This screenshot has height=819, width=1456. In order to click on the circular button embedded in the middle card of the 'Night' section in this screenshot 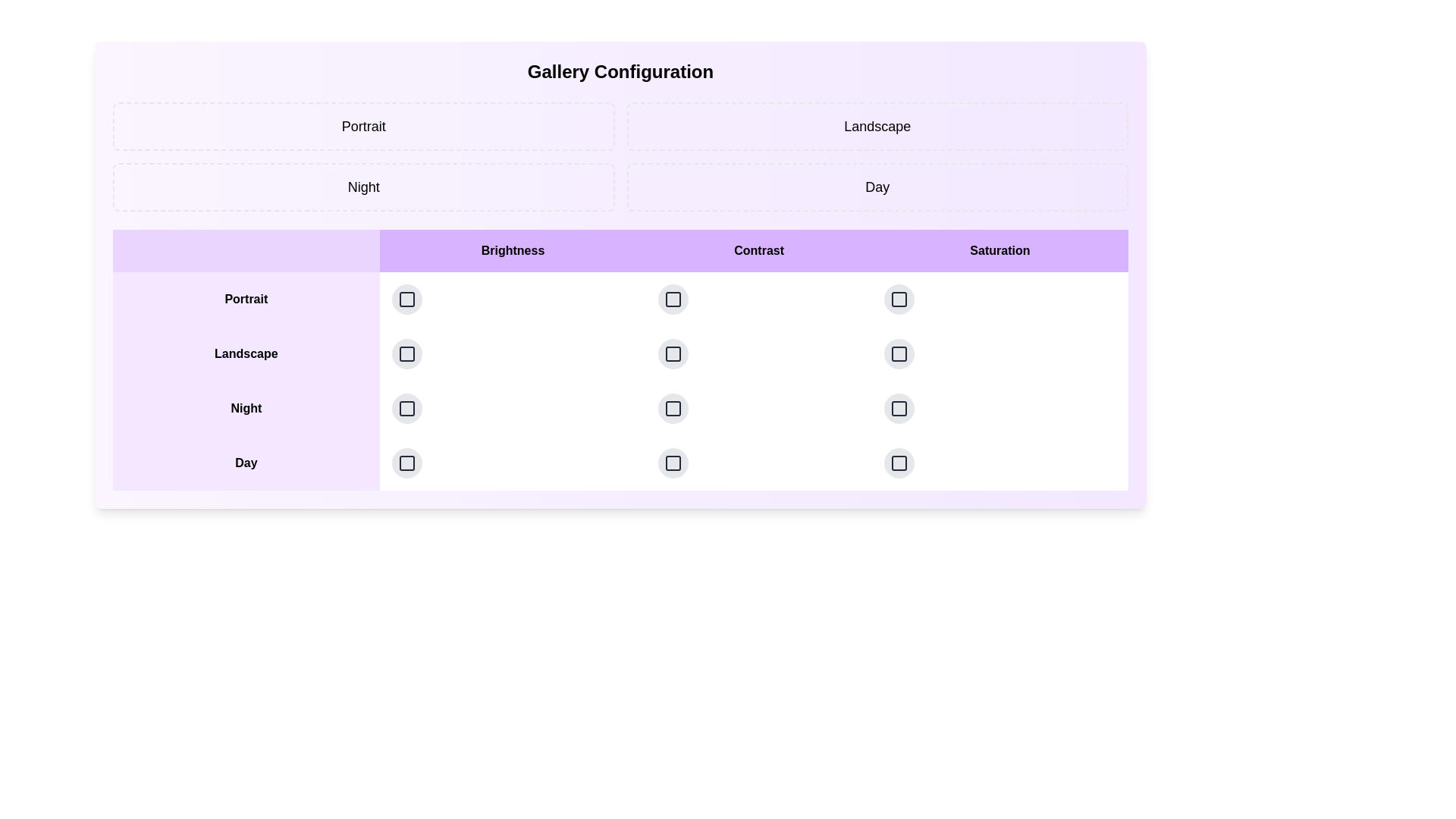, I will do `click(759, 408)`.